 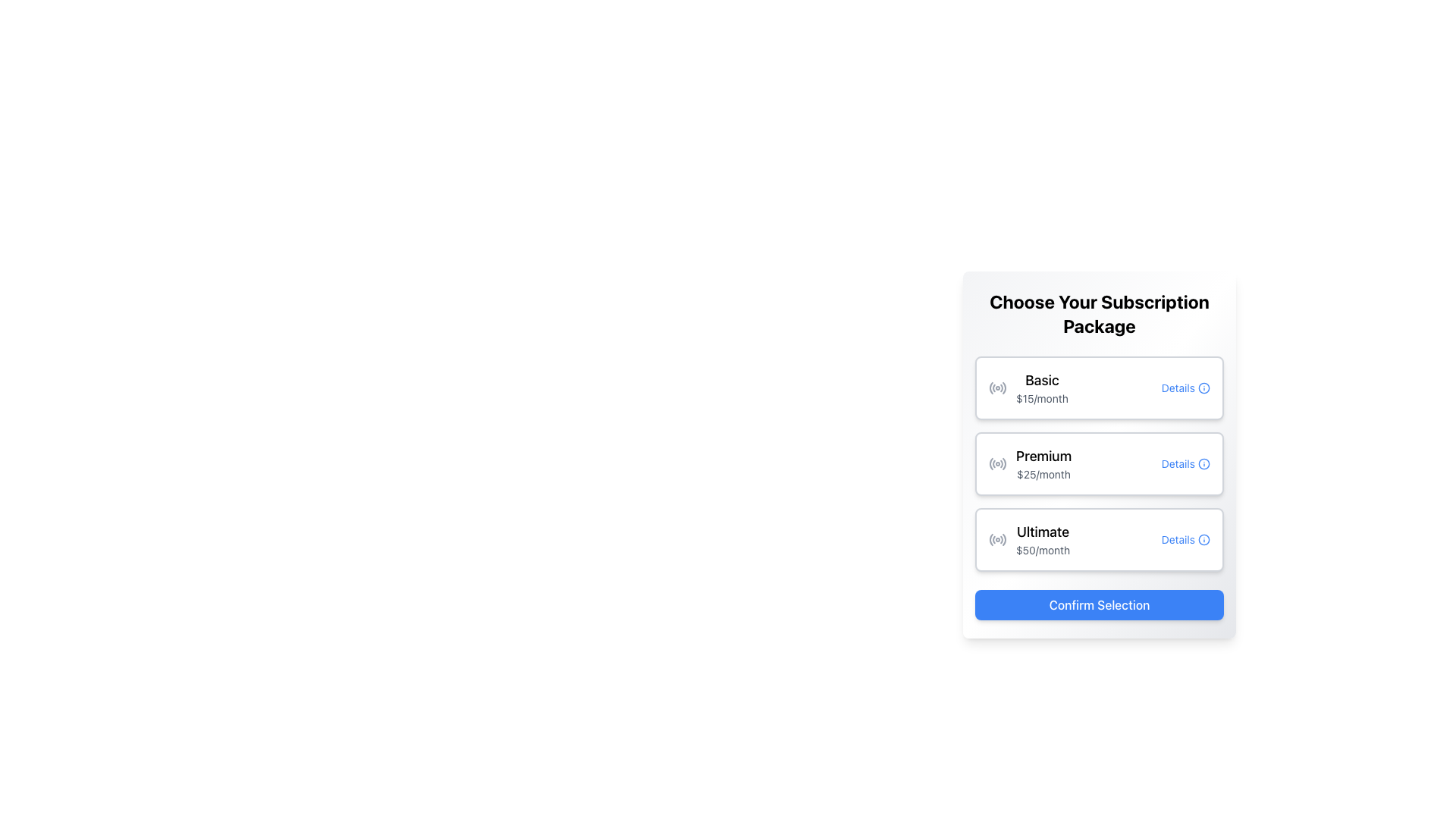 What do you see at coordinates (1203, 539) in the screenshot?
I see `the outer circular ring of the 'Details' icon associated with the 'Ultimate' subscription option` at bounding box center [1203, 539].